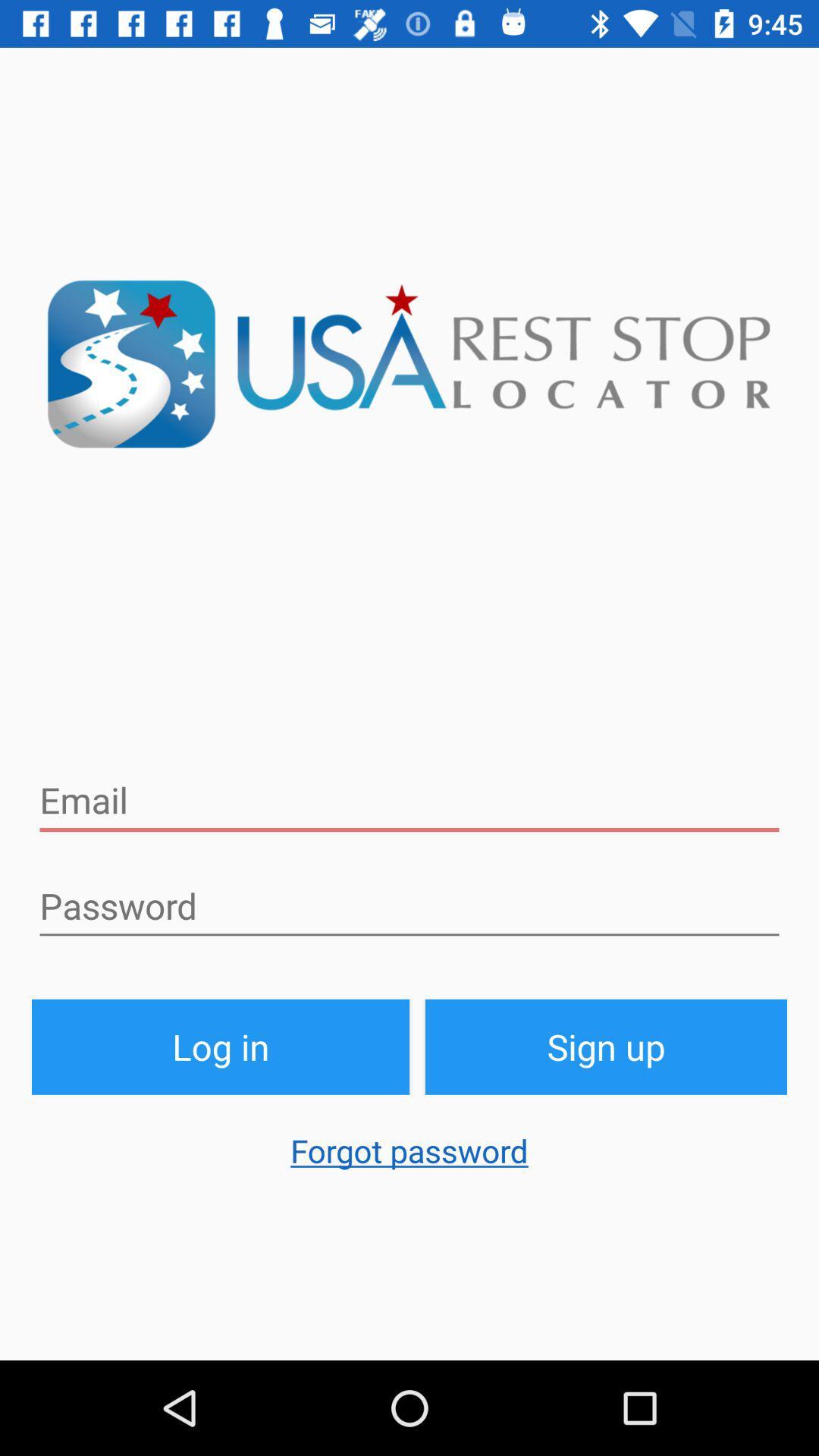 The height and width of the screenshot is (1456, 819). I want to click on item at the bottom left corner, so click(220, 1046).